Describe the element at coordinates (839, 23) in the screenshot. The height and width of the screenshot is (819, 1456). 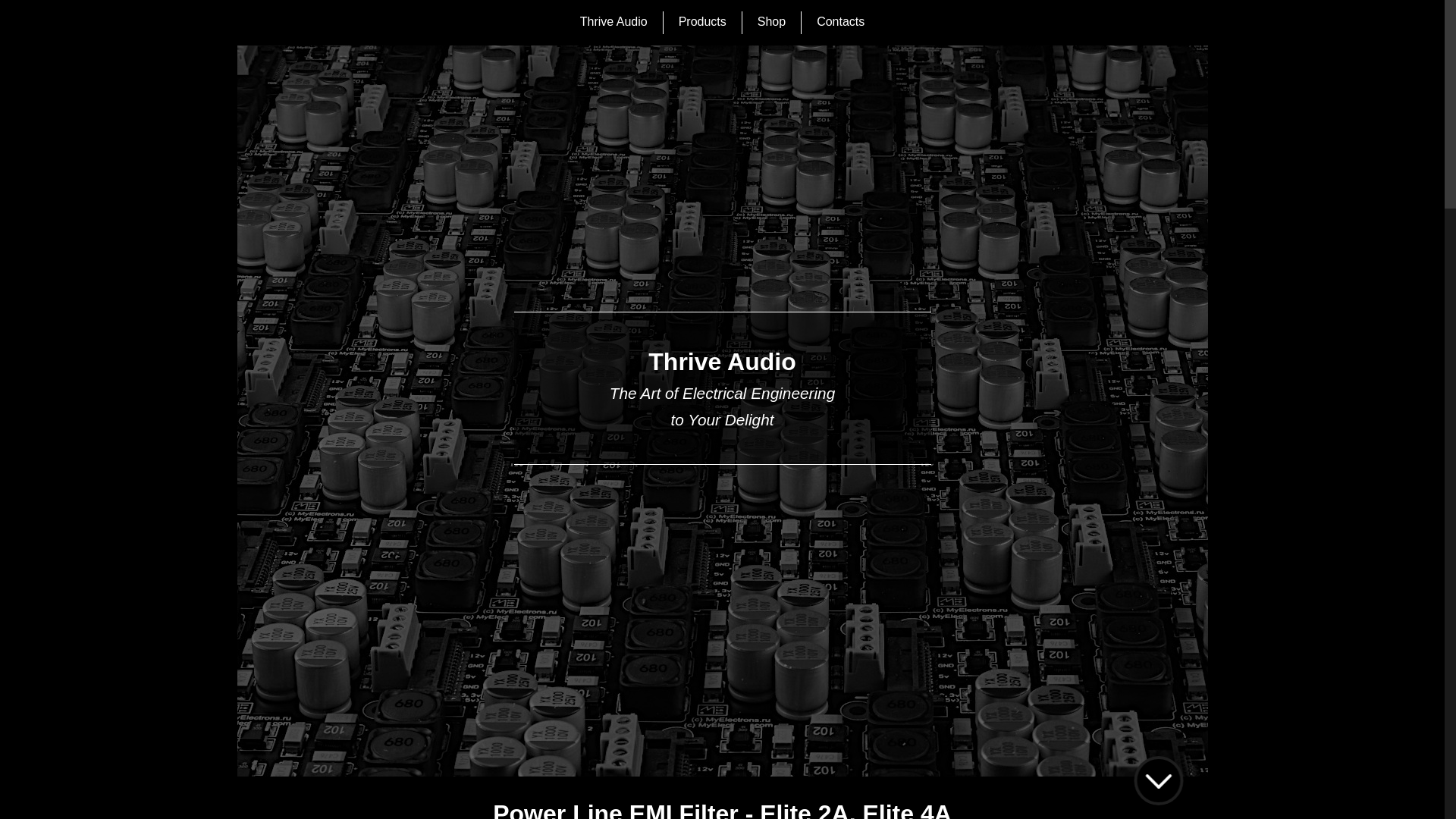
I see `'Contacts'` at that location.